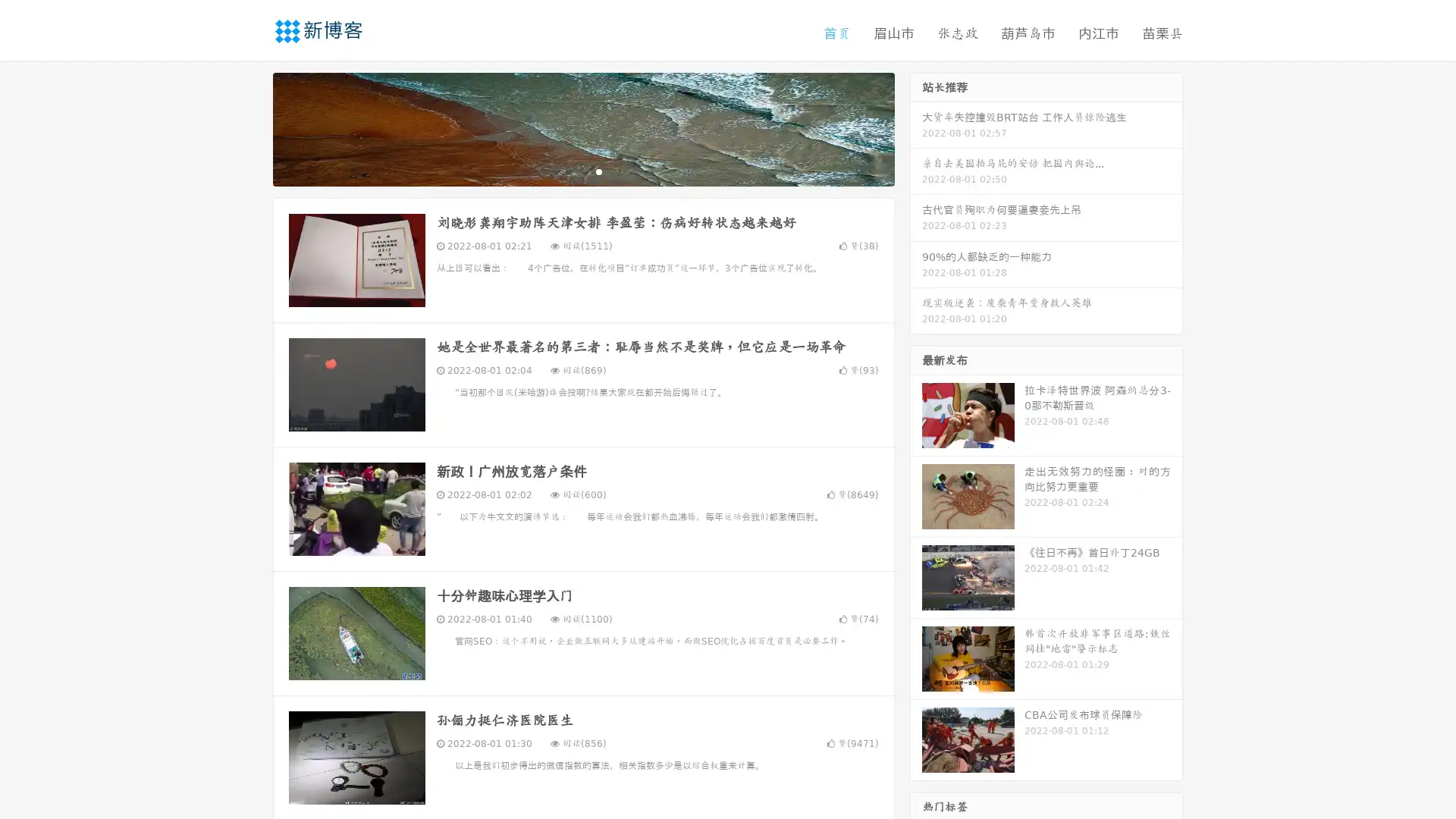 The height and width of the screenshot is (819, 1456). Describe the element at coordinates (567, 171) in the screenshot. I see `Go to slide 1` at that location.